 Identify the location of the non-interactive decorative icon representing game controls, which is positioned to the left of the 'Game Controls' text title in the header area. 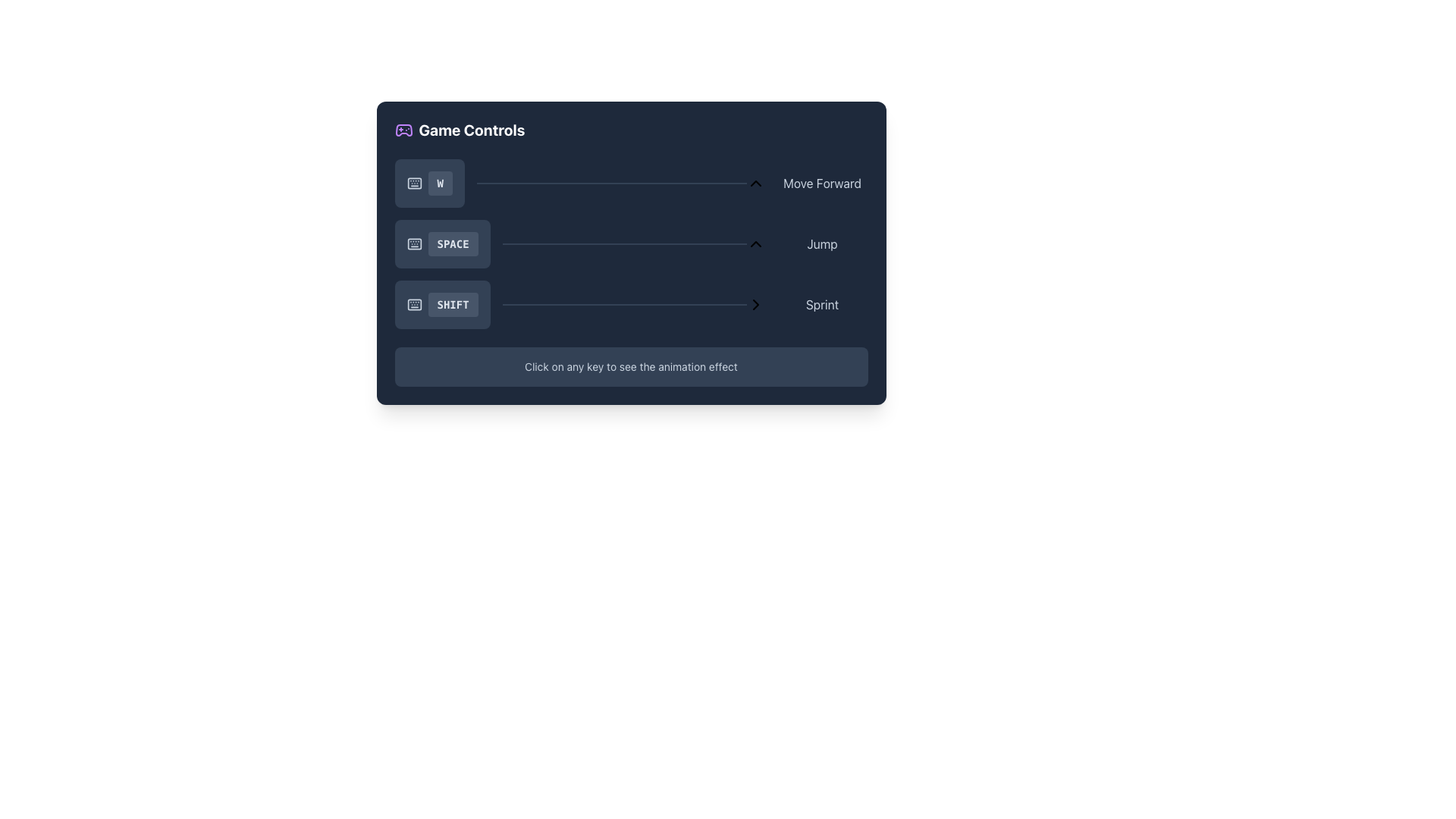
(403, 130).